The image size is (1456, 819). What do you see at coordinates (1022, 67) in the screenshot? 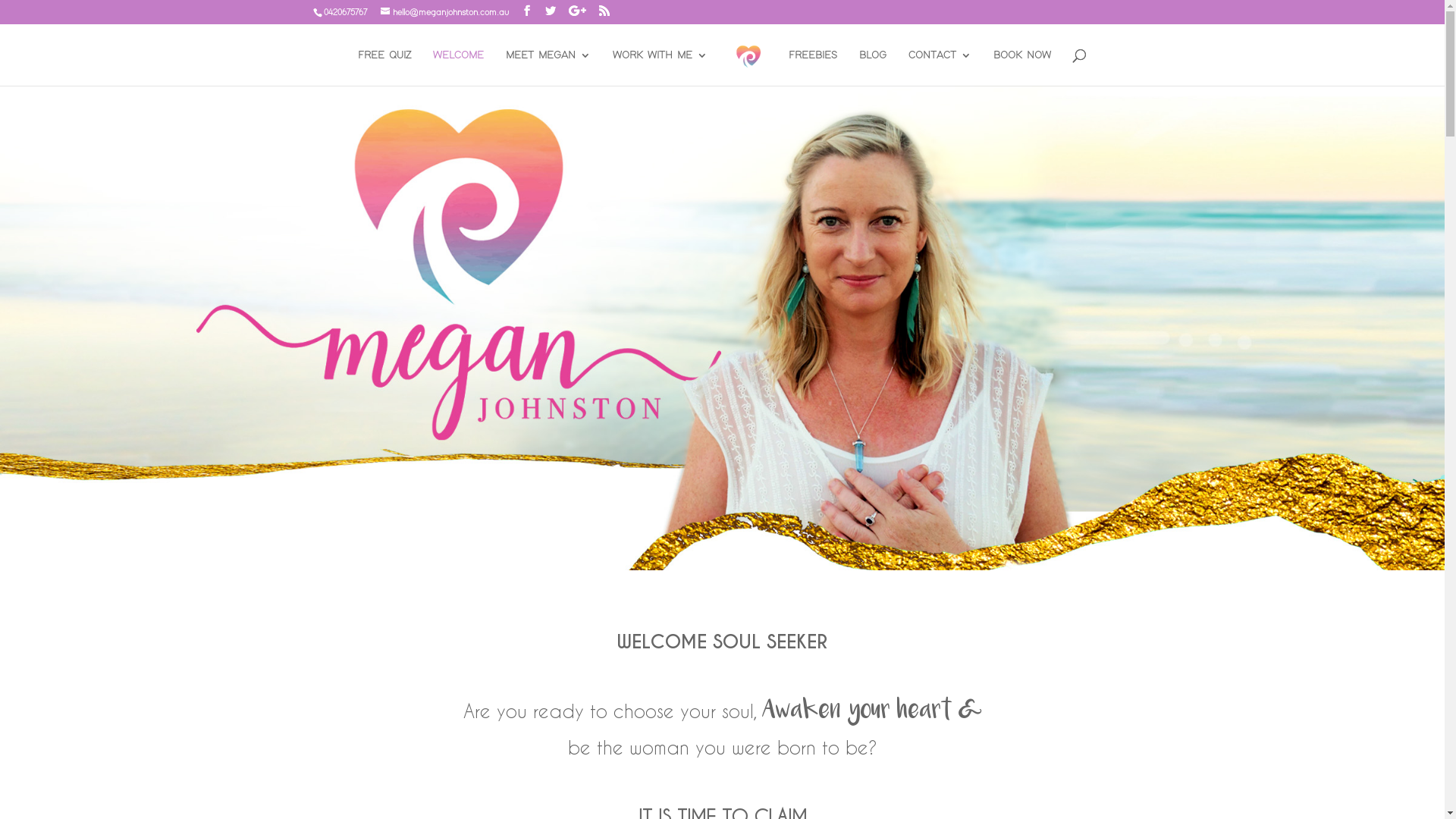
I see `'BOOK NOW'` at bounding box center [1022, 67].